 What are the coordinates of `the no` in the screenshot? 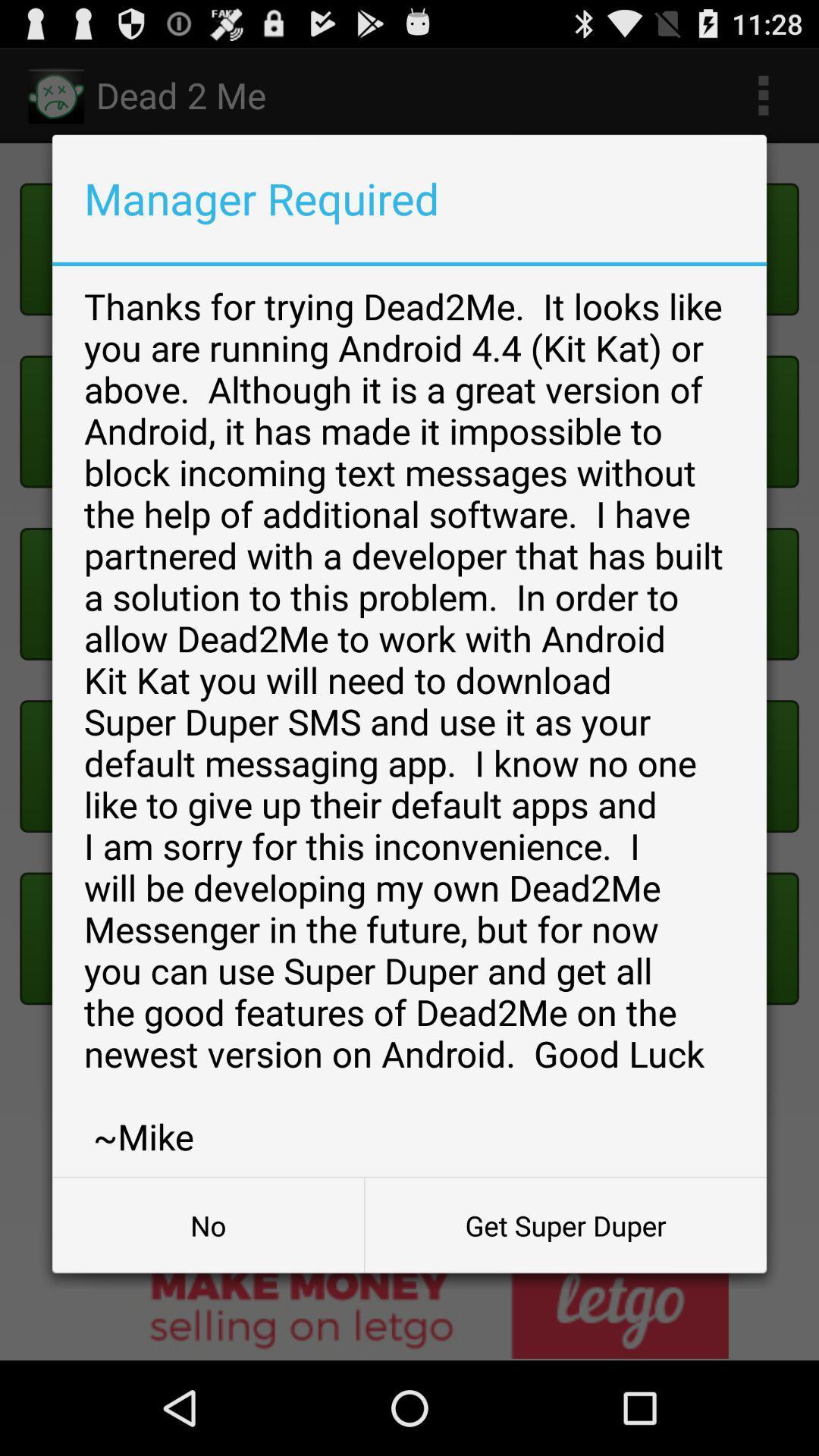 It's located at (208, 1225).